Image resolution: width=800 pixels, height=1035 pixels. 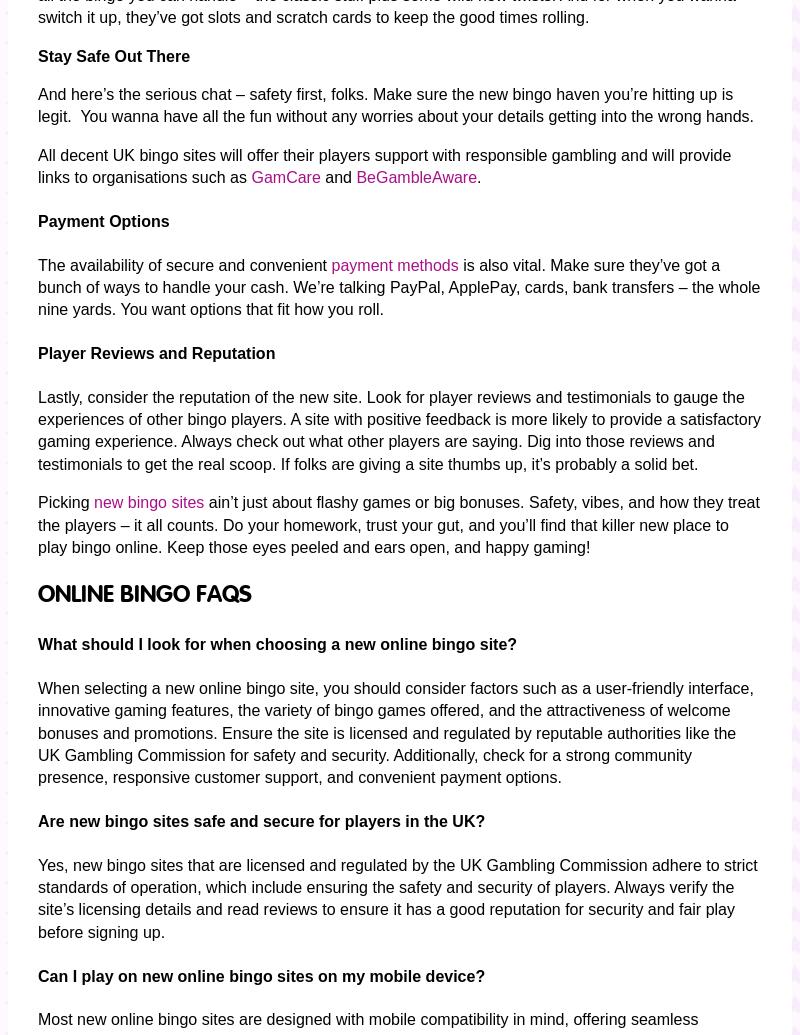 I want to click on 'Stay Safe Out There', so click(x=112, y=55).